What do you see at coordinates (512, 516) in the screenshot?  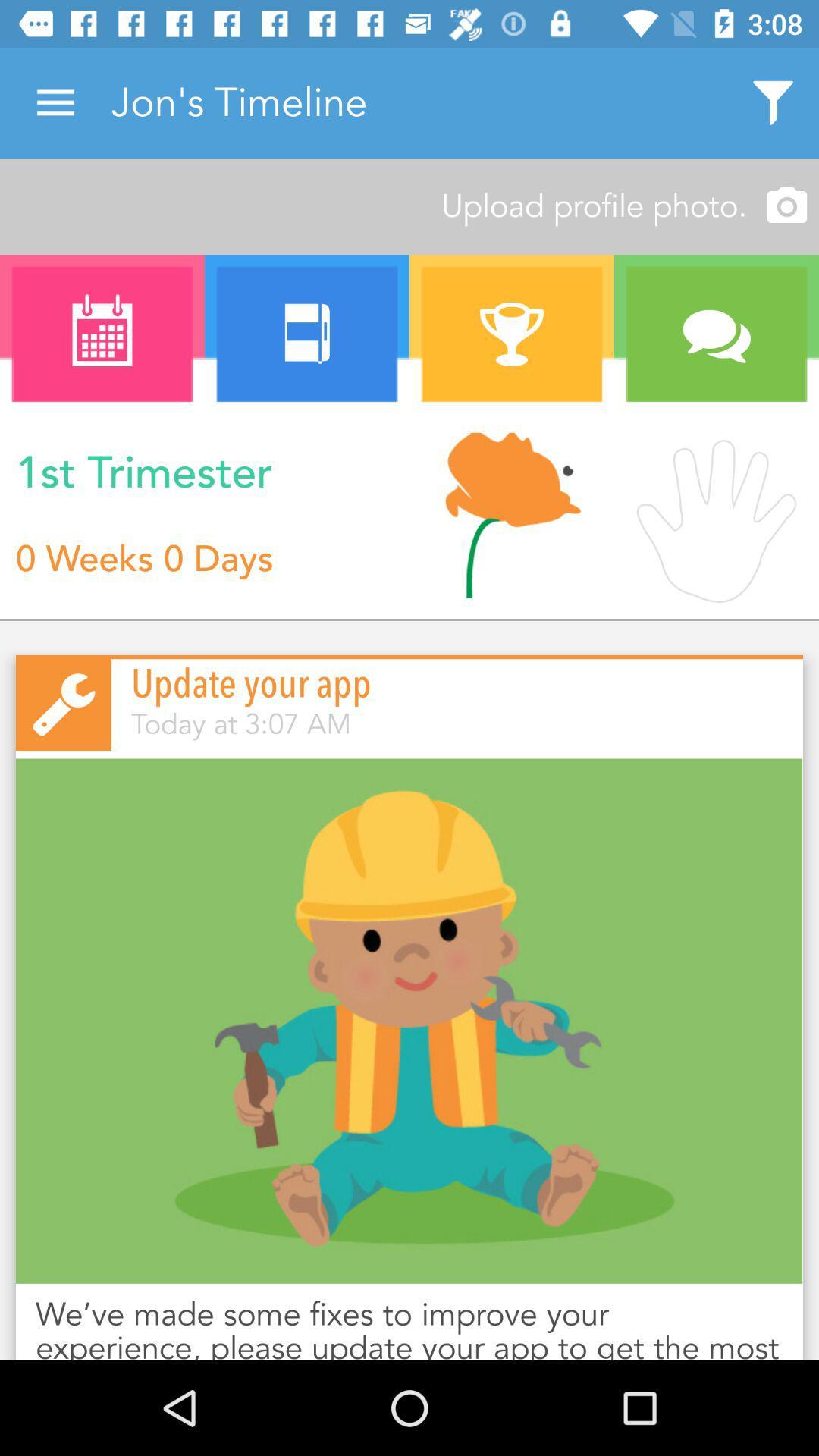 I see `item below the n` at bounding box center [512, 516].